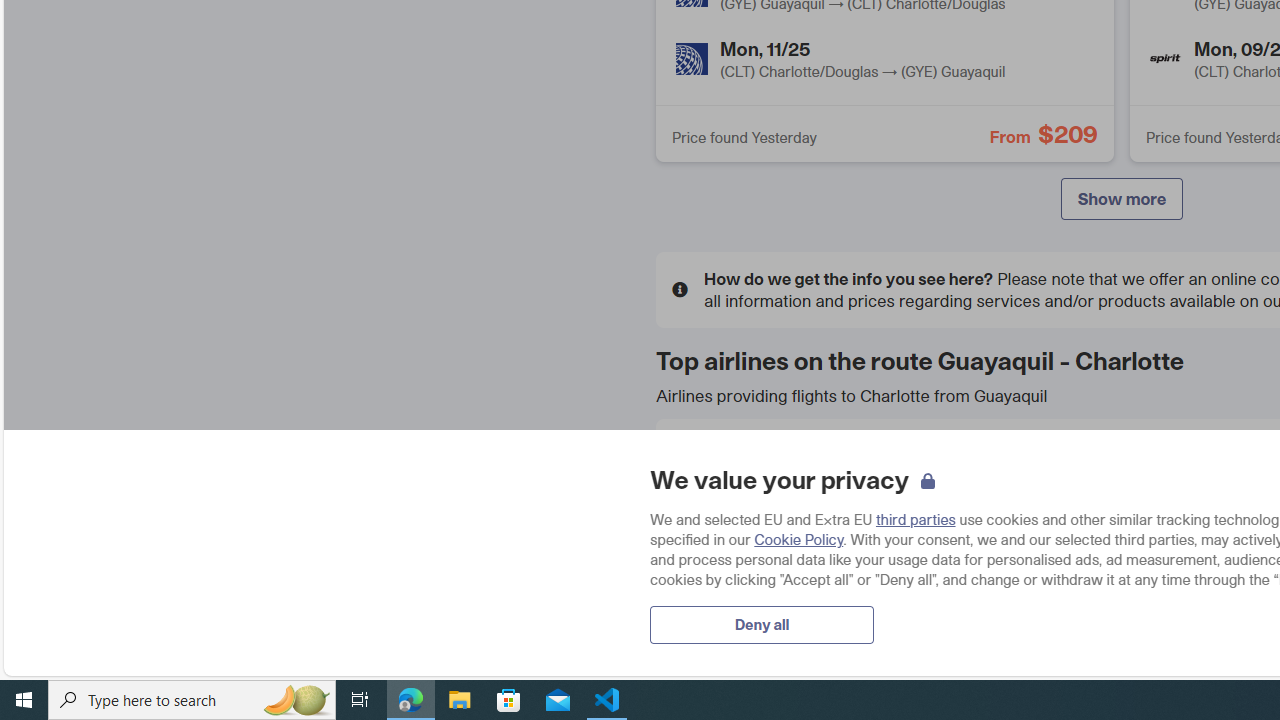 The image size is (1280, 720). What do you see at coordinates (797, 538) in the screenshot?
I see `'Cookie Policy'` at bounding box center [797, 538].